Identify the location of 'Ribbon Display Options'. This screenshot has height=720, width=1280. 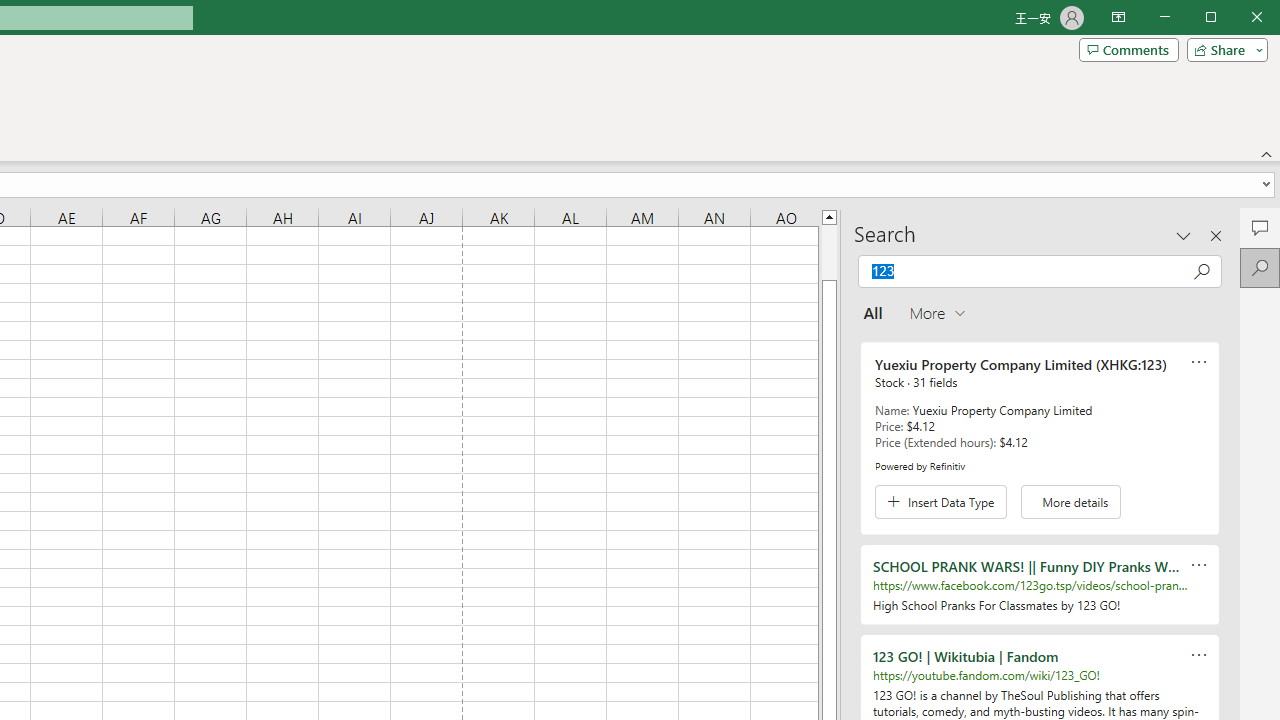
(1117, 18).